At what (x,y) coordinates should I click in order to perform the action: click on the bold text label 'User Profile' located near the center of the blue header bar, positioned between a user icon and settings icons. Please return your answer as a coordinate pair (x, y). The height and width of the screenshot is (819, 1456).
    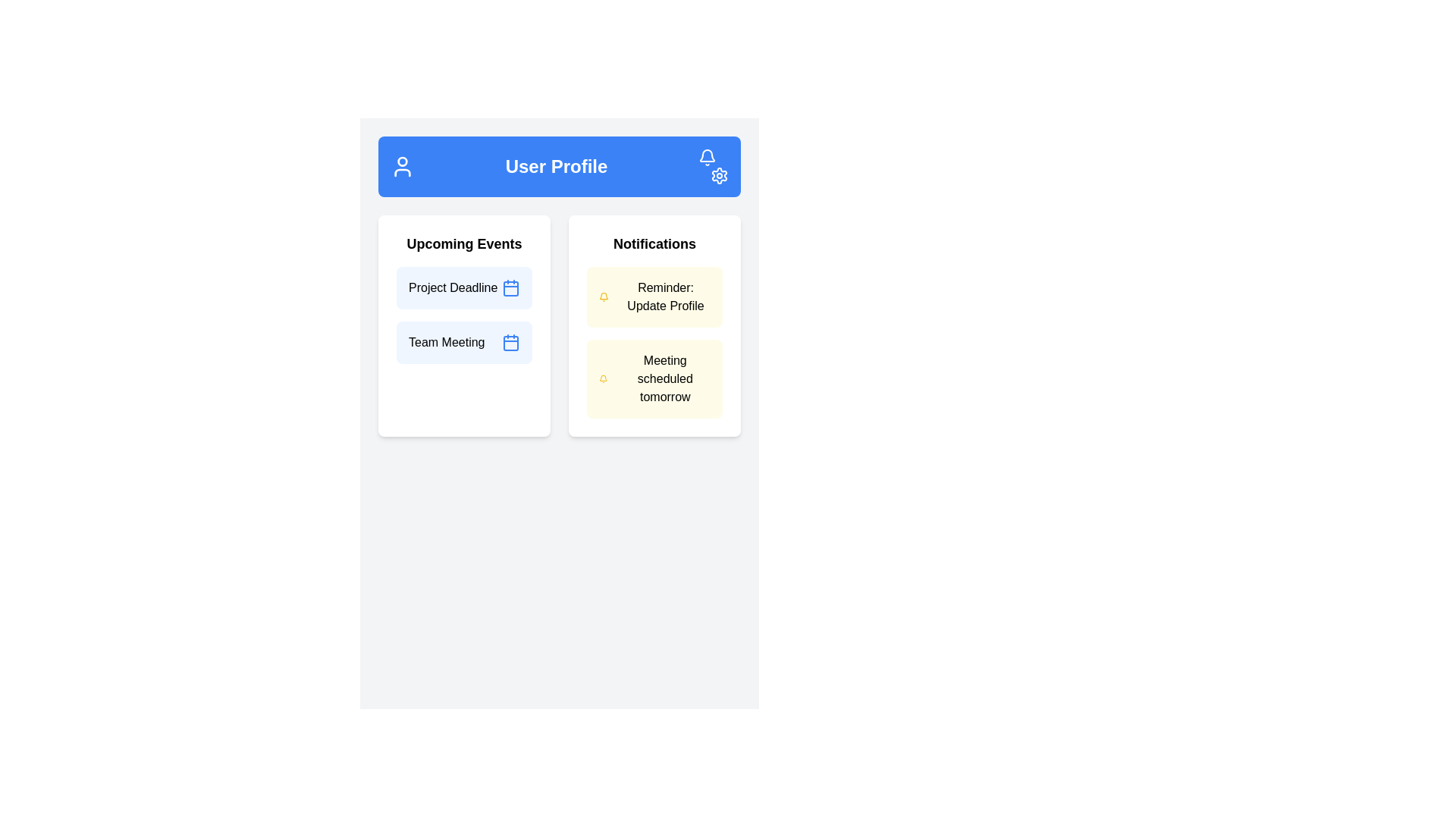
    Looking at the image, I should click on (556, 166).